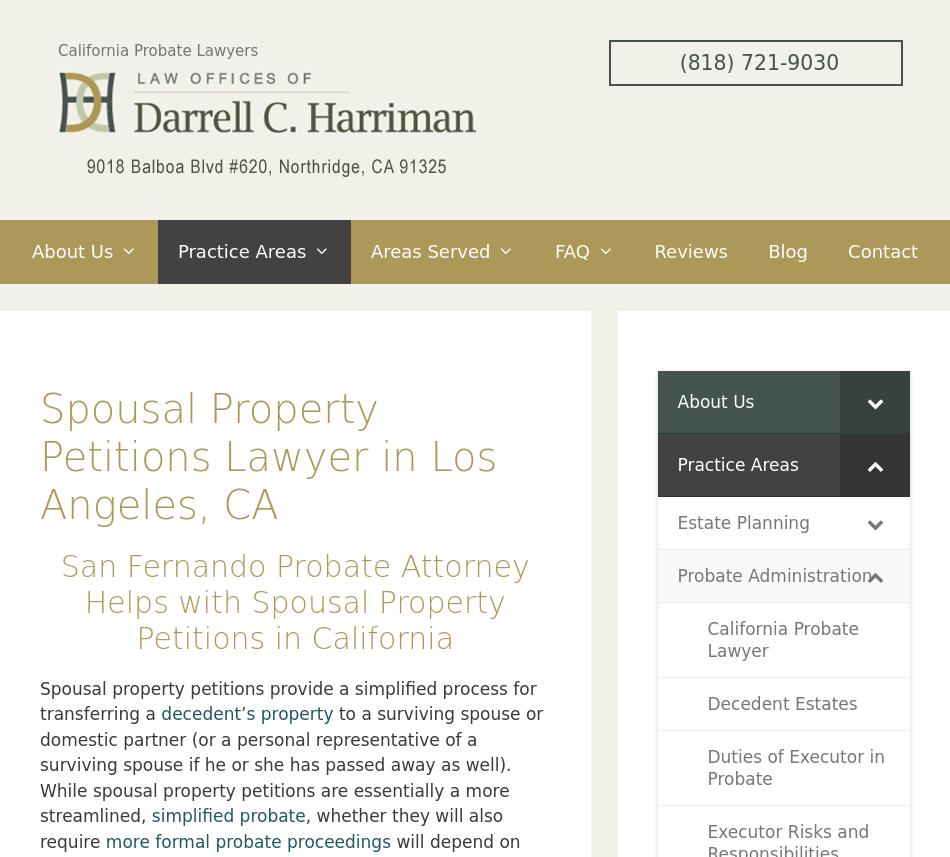  What do you see at coordinates (882, 250) in the screenshot?
I see `'Contact'` at bounding box center [882, 250].